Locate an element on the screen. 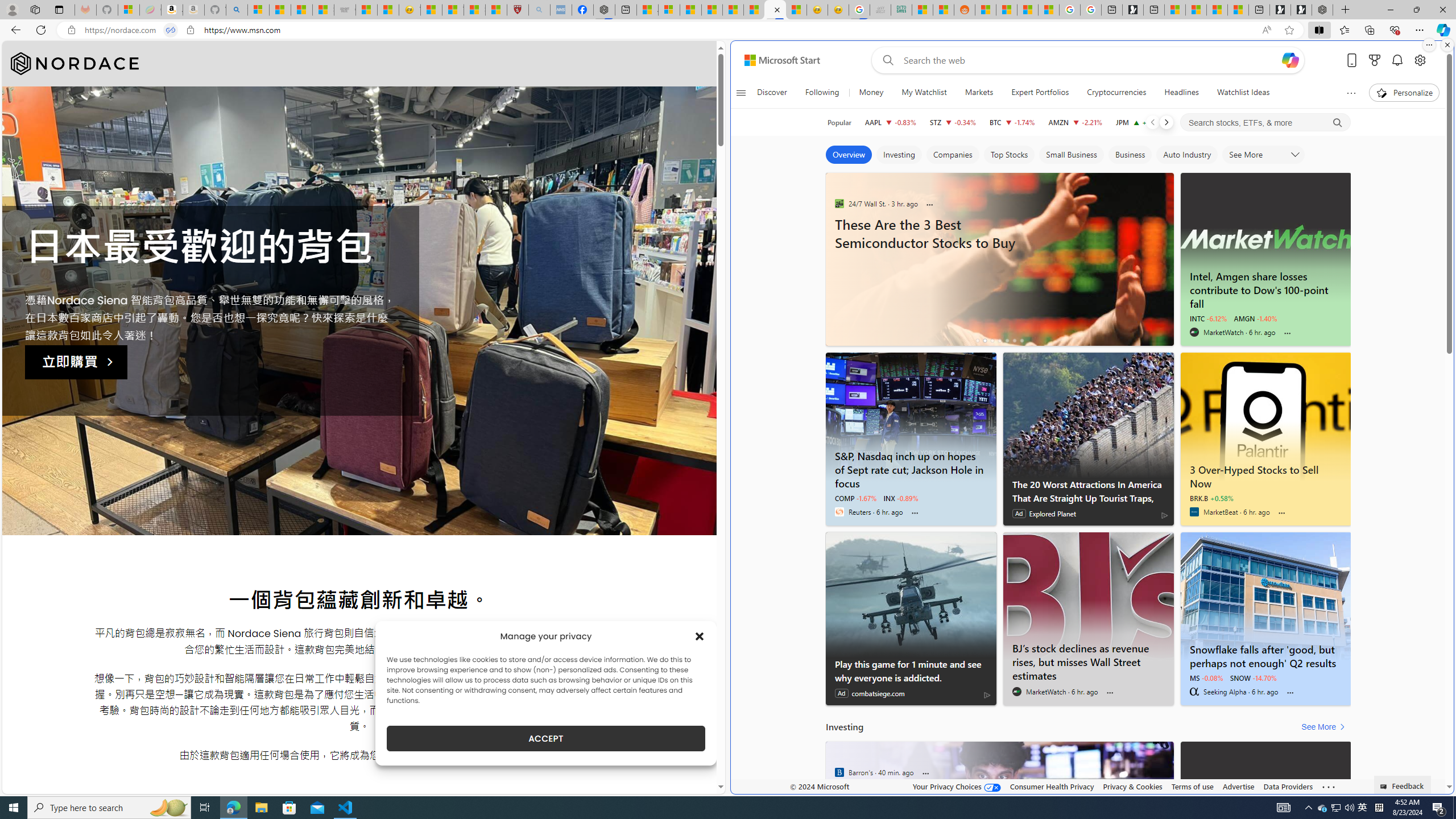  'Cryptocurrencies' is located at coordinates (1116, 92).